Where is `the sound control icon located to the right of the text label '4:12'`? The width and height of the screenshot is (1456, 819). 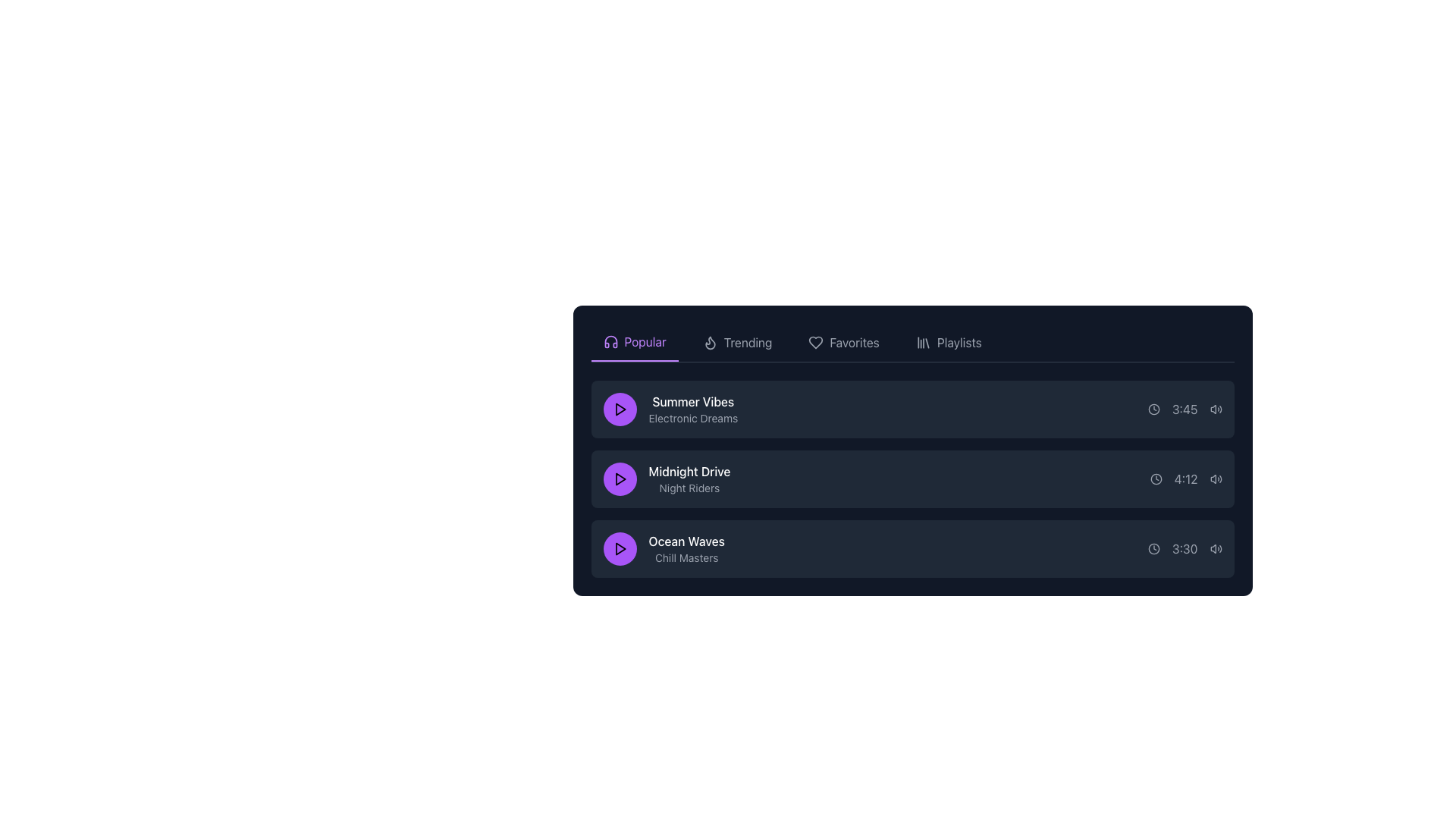
the sound control icon located to the right of the text label '4:12' is located at coordinates (1216, 479).